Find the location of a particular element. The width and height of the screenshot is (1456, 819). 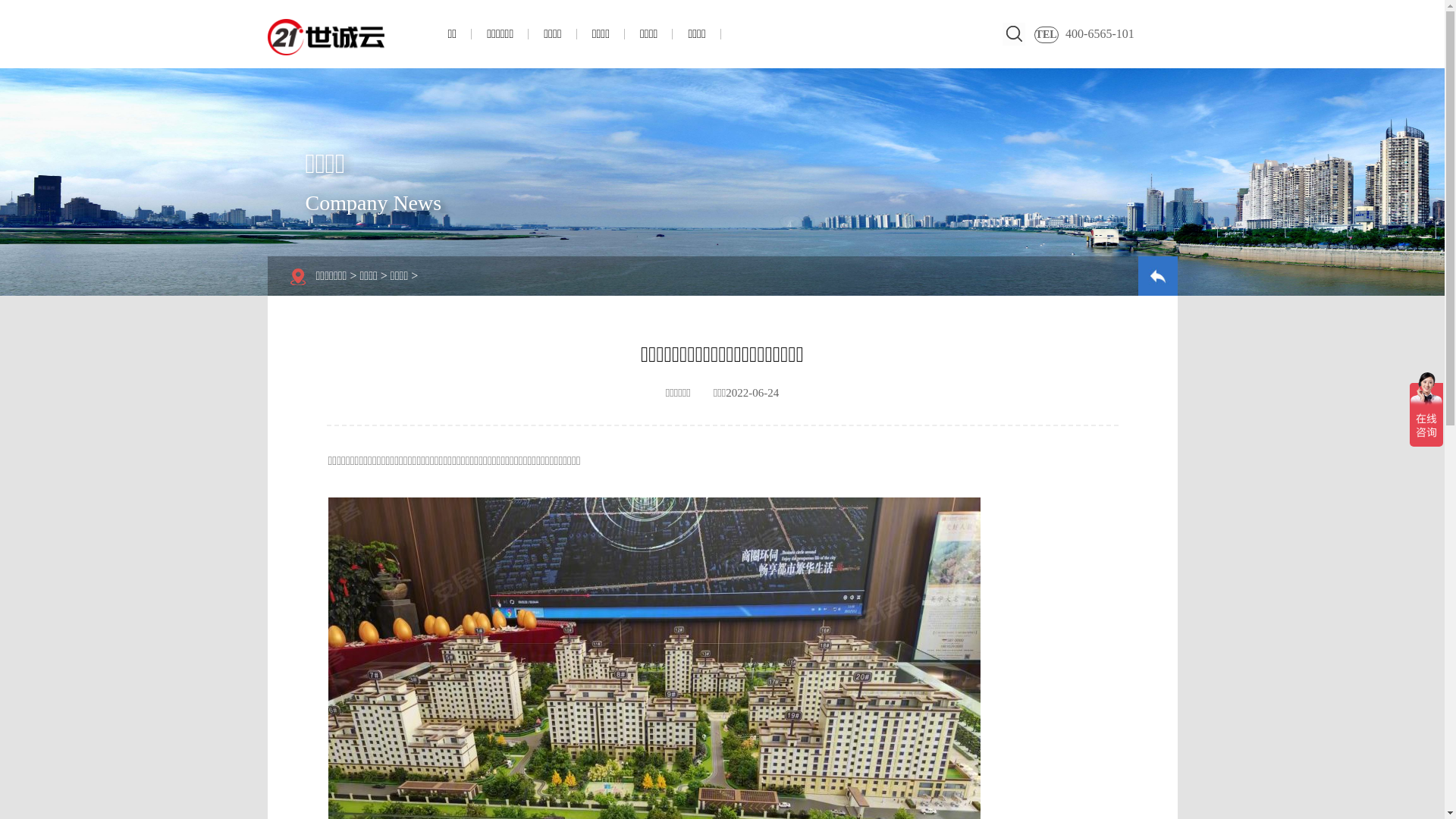

'400-6565-101' is located at coordinates (1109, 34).